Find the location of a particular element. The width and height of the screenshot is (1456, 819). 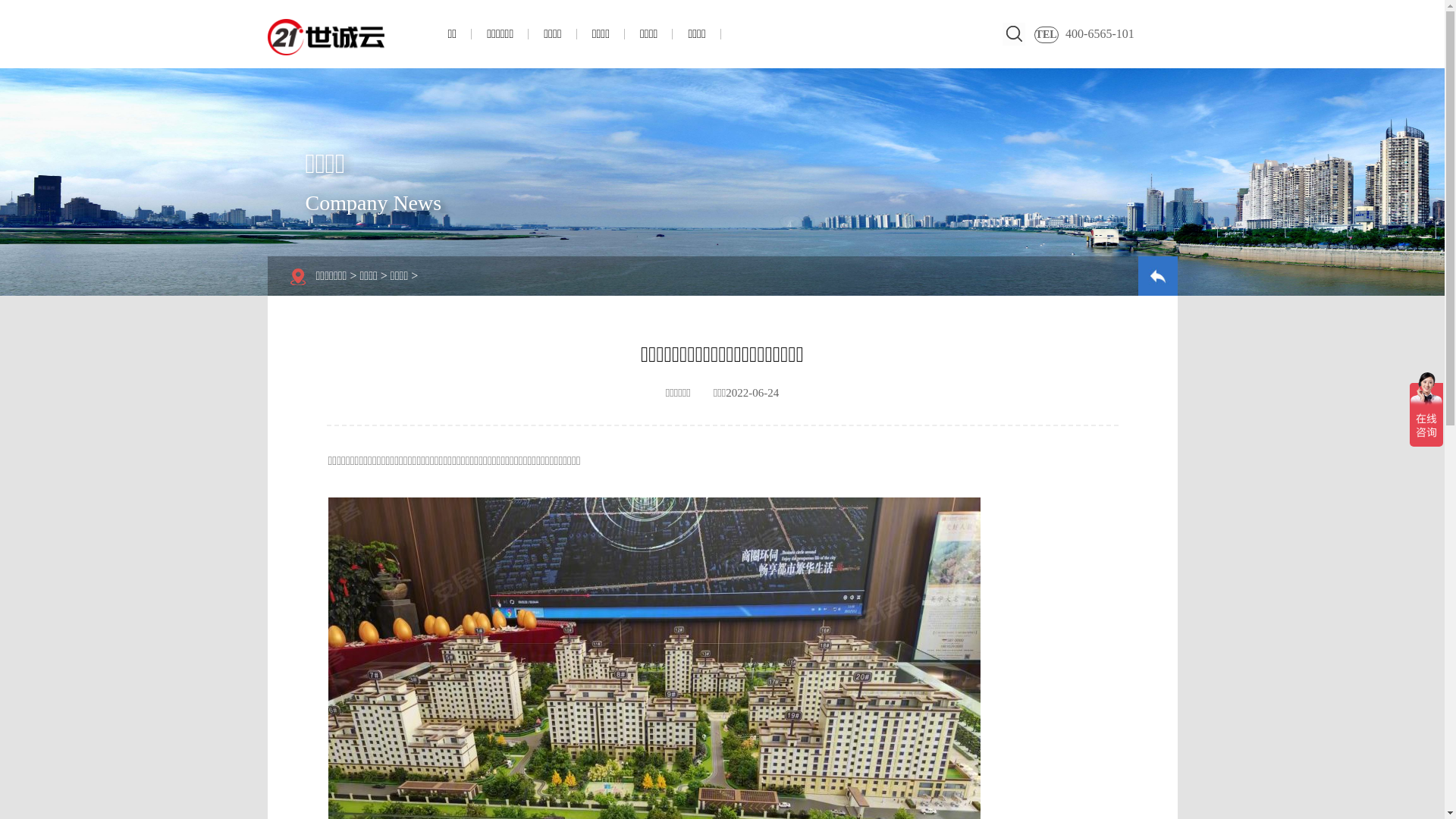

'400-6565-101' is located at coordinates (1109, 34).